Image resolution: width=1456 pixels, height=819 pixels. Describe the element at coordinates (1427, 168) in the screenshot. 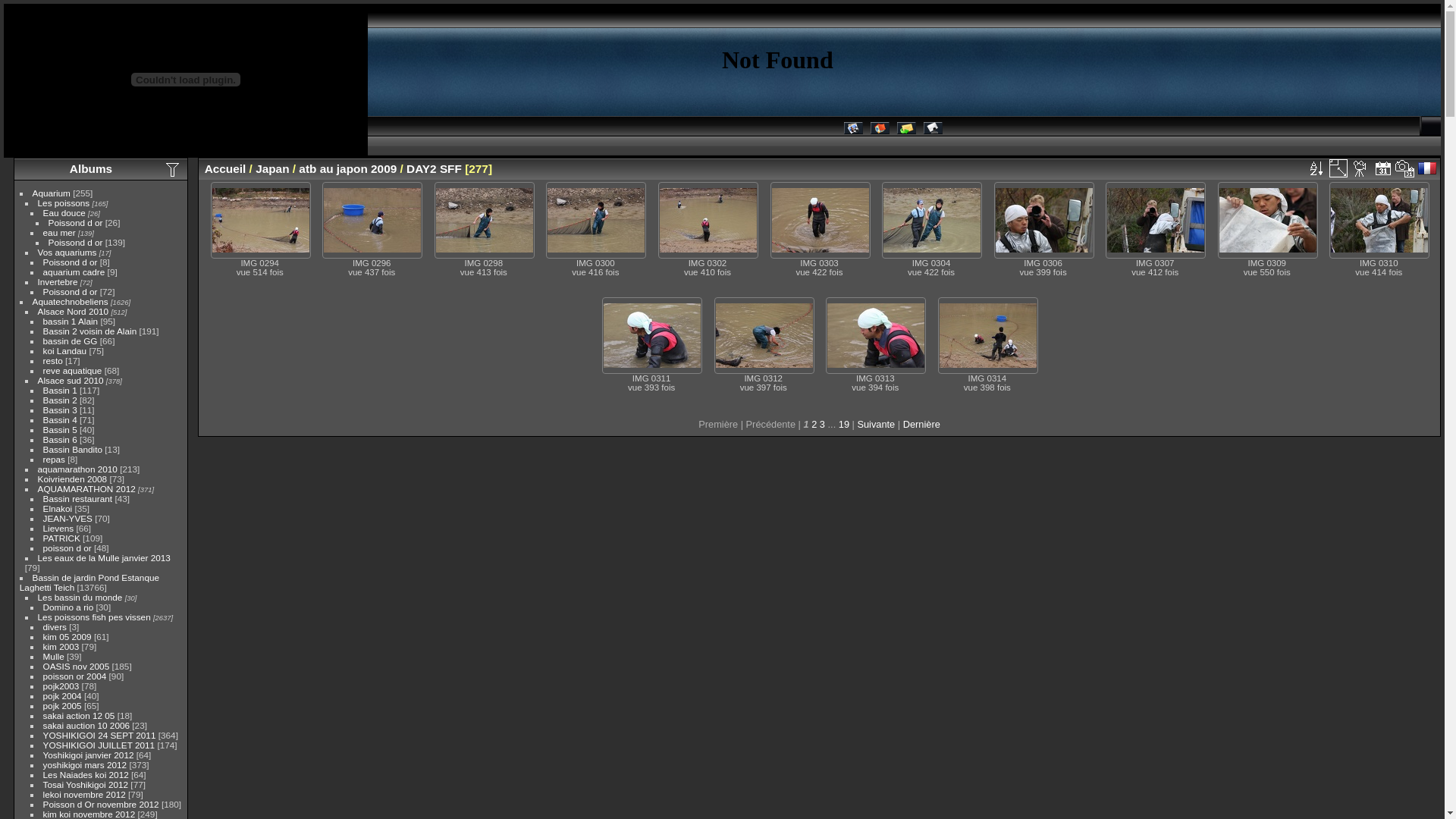

I see `' '` at that location.